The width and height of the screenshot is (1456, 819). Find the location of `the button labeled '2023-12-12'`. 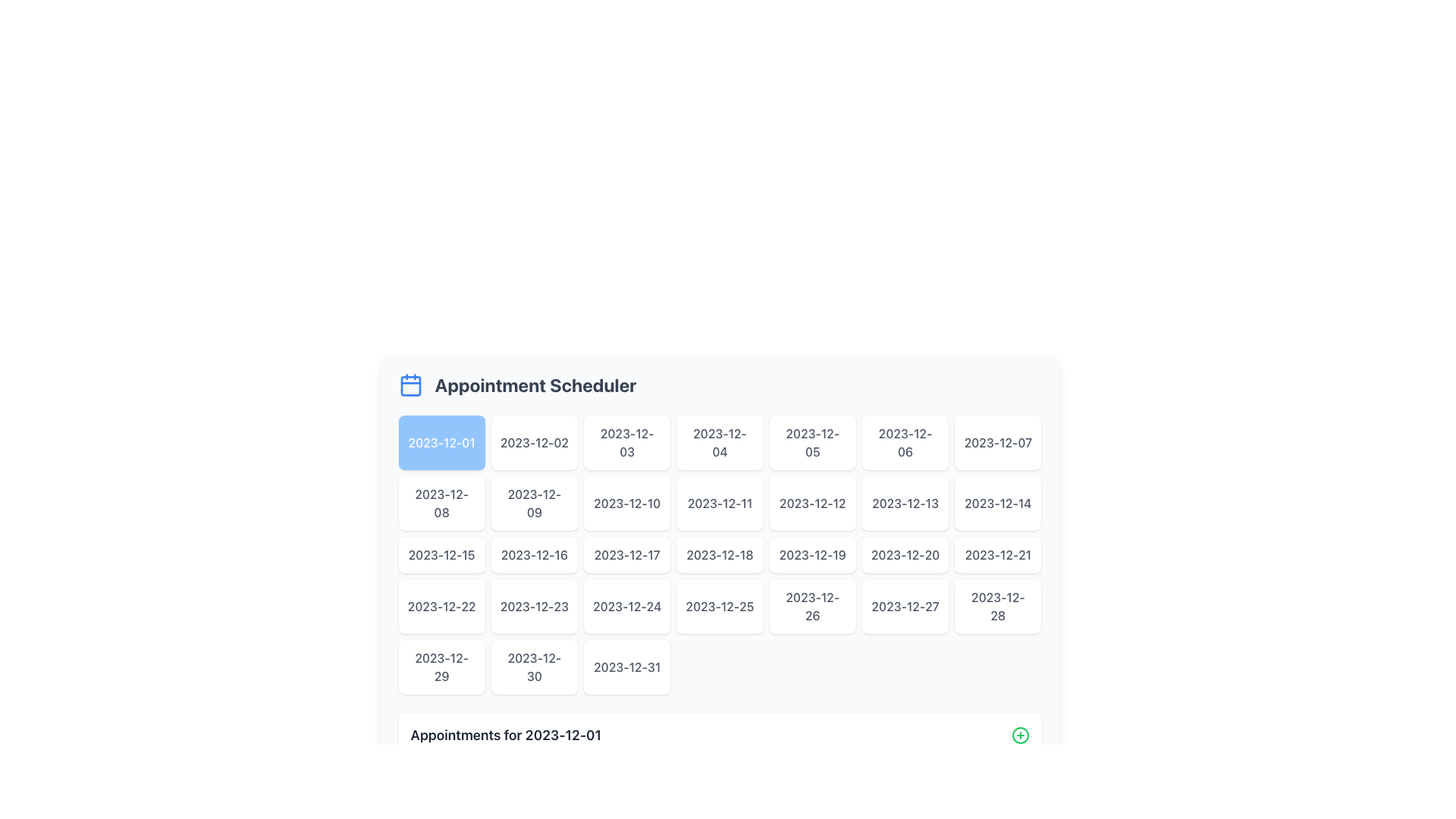

the button labeled '2023-12-12' is located at coordinates (811, 503).